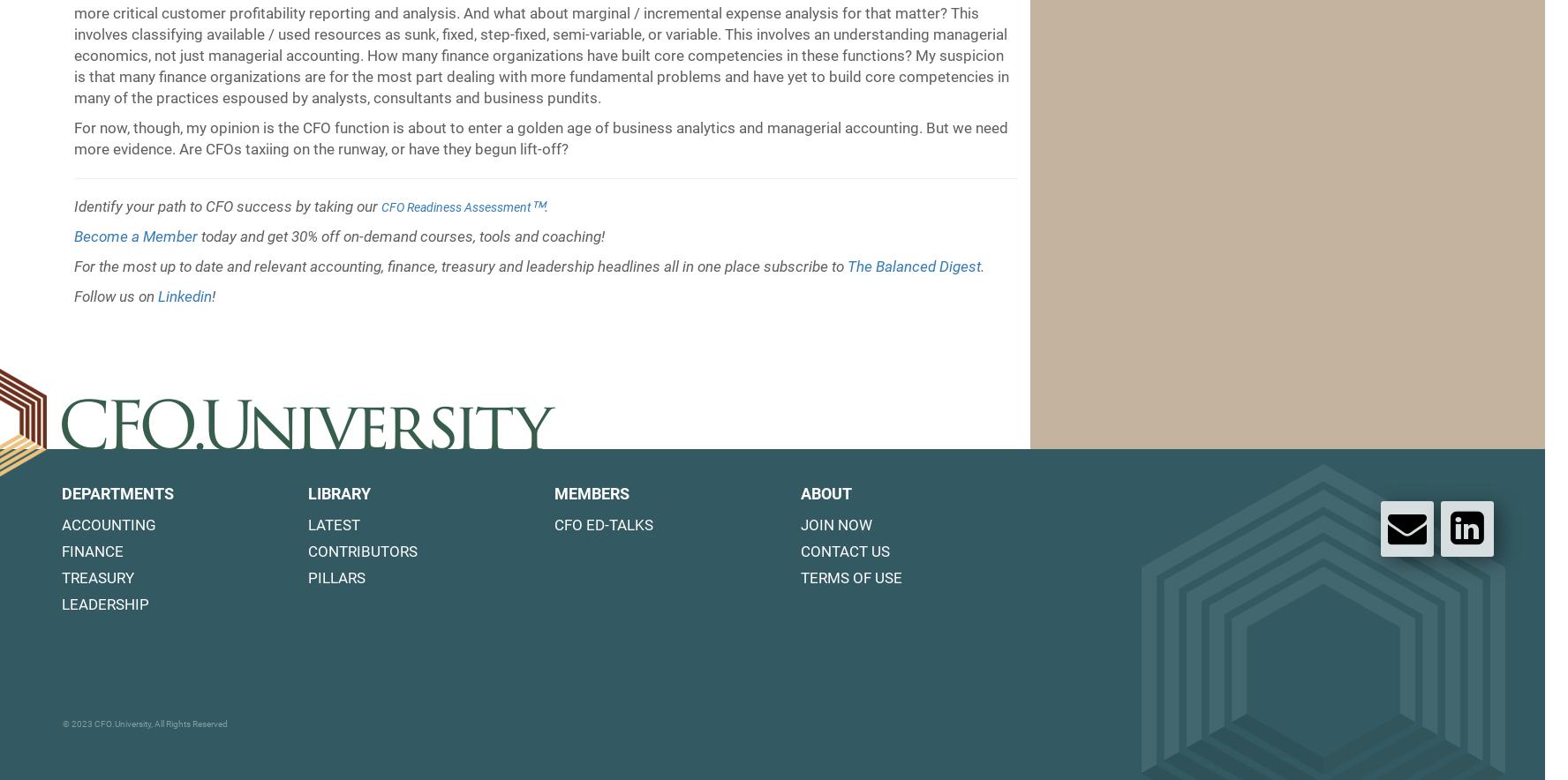 The image size is (1568, 780). What do you see at coordinates (381, 206) in the screenshot?
I see `'CFO Readiness Assessmentᵀᴹ'` at bounding box center [381, 206].